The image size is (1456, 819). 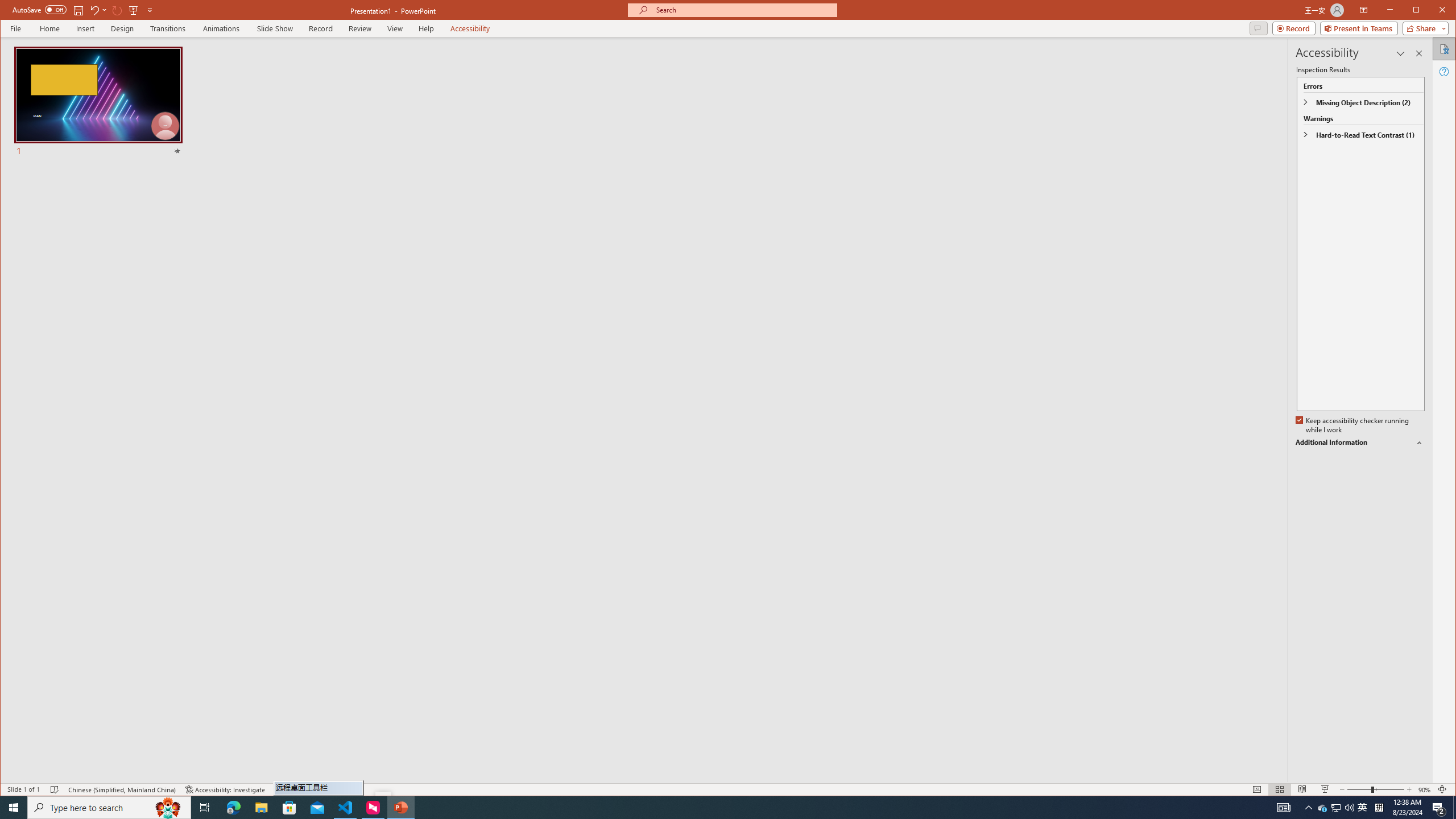 I want to click on 'Zoom Out', so click(x=1358, y=789).